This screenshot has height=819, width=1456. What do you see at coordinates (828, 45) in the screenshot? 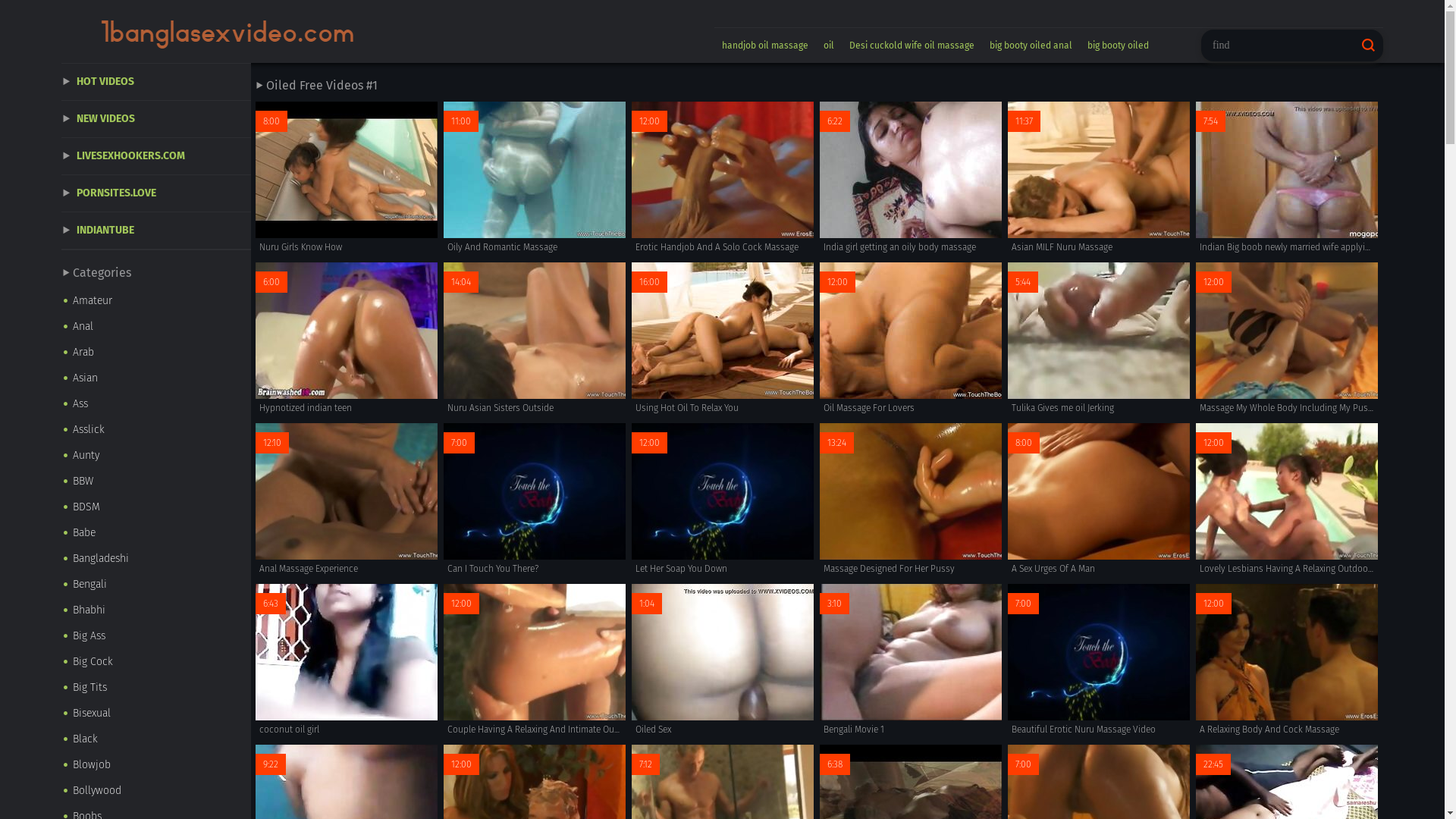
I see `'oil'` at bounding box center [828, 45].